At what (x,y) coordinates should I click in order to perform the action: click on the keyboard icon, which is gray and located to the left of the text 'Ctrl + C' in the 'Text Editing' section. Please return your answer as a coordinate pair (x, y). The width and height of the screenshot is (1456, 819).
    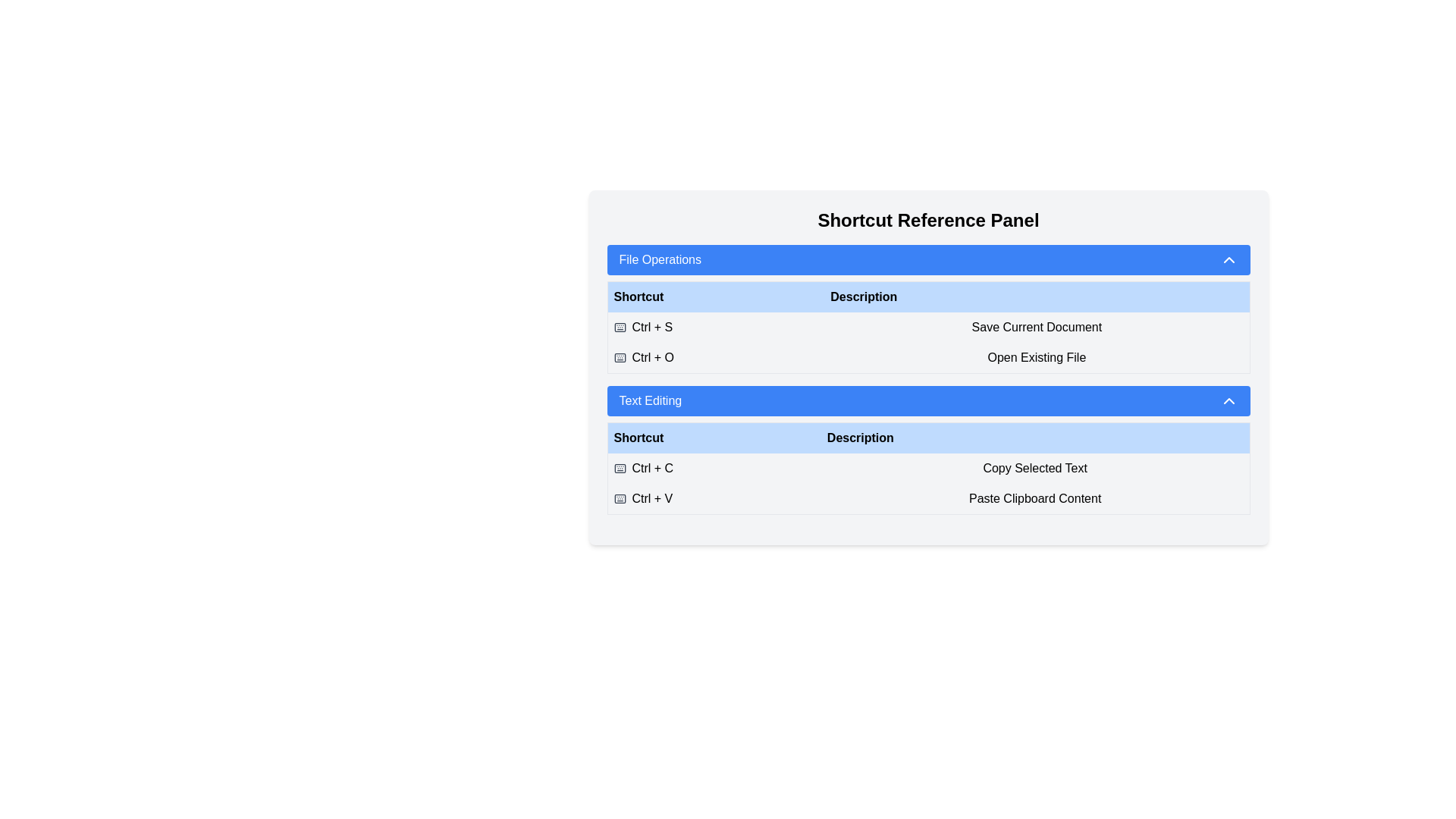
    Looking at the image, I should click on (620, 467).